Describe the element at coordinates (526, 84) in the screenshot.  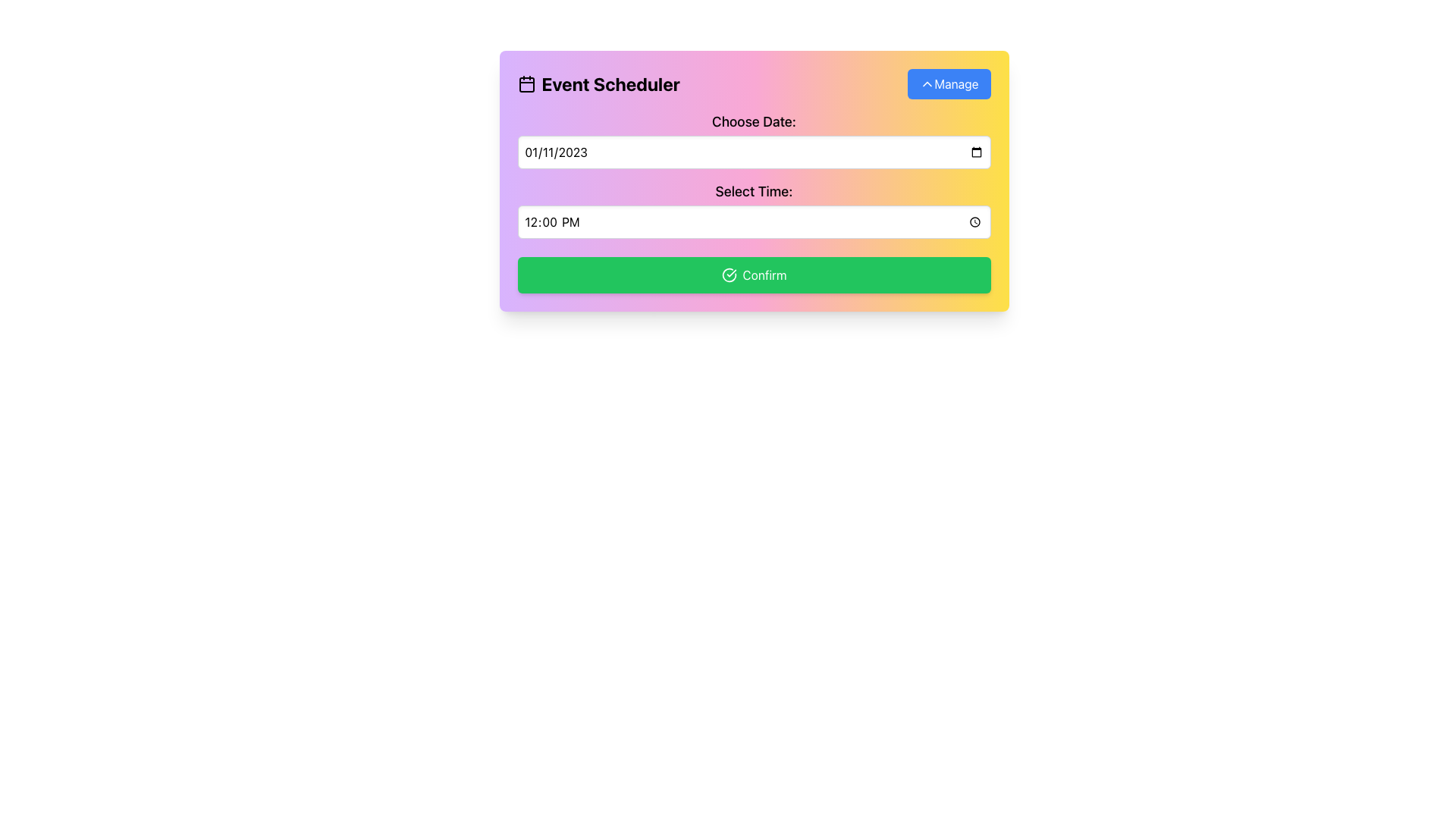
I see `the calendar icon located to the left of the 'Event Scheduler' text in the header section of the main application interface, which signifies the date and event management functionality` at that location.